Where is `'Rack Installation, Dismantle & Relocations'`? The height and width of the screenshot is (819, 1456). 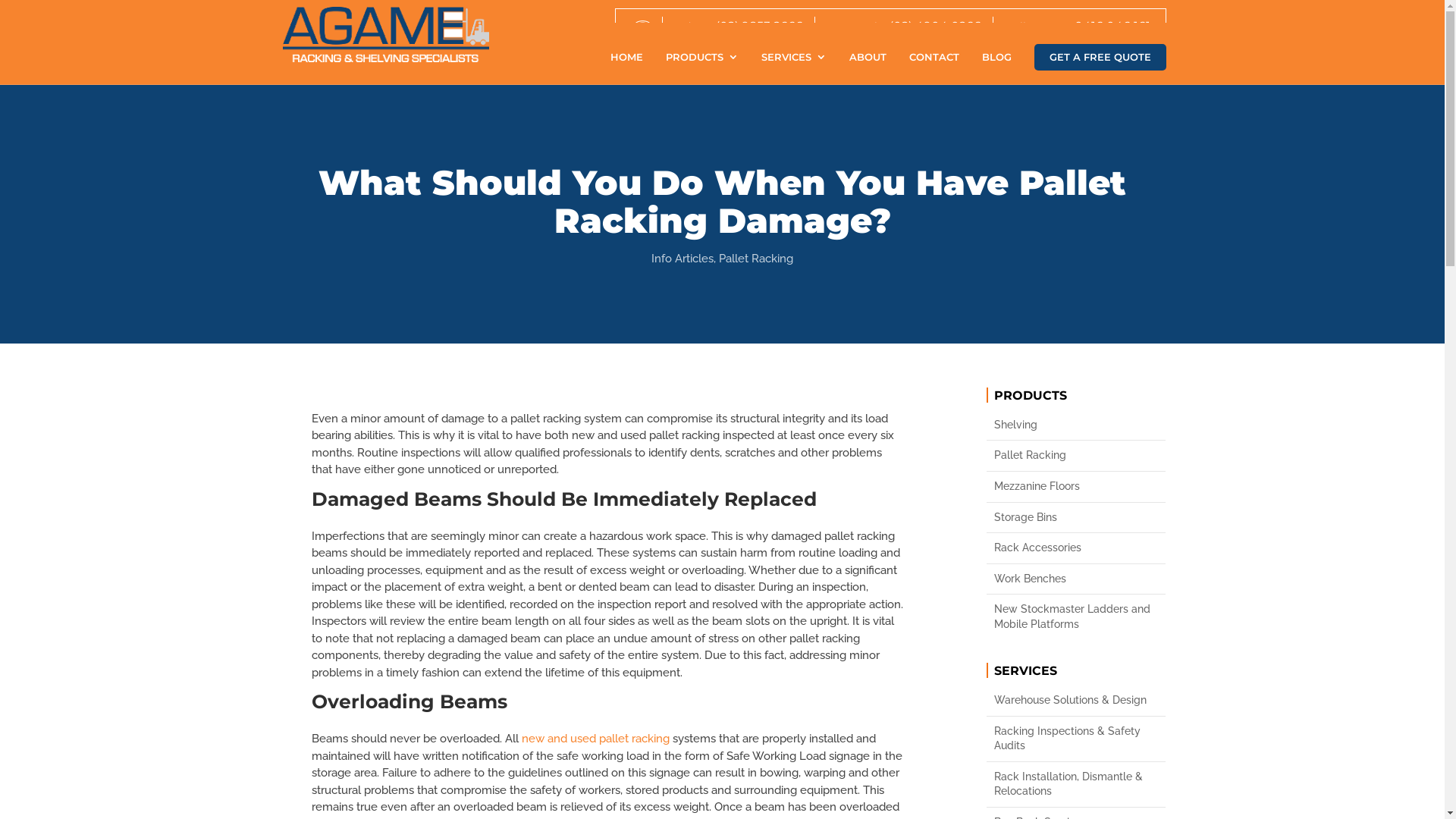
'Rack Installation, Dismantle & Relocations' is located at coordinates (1075, 784).